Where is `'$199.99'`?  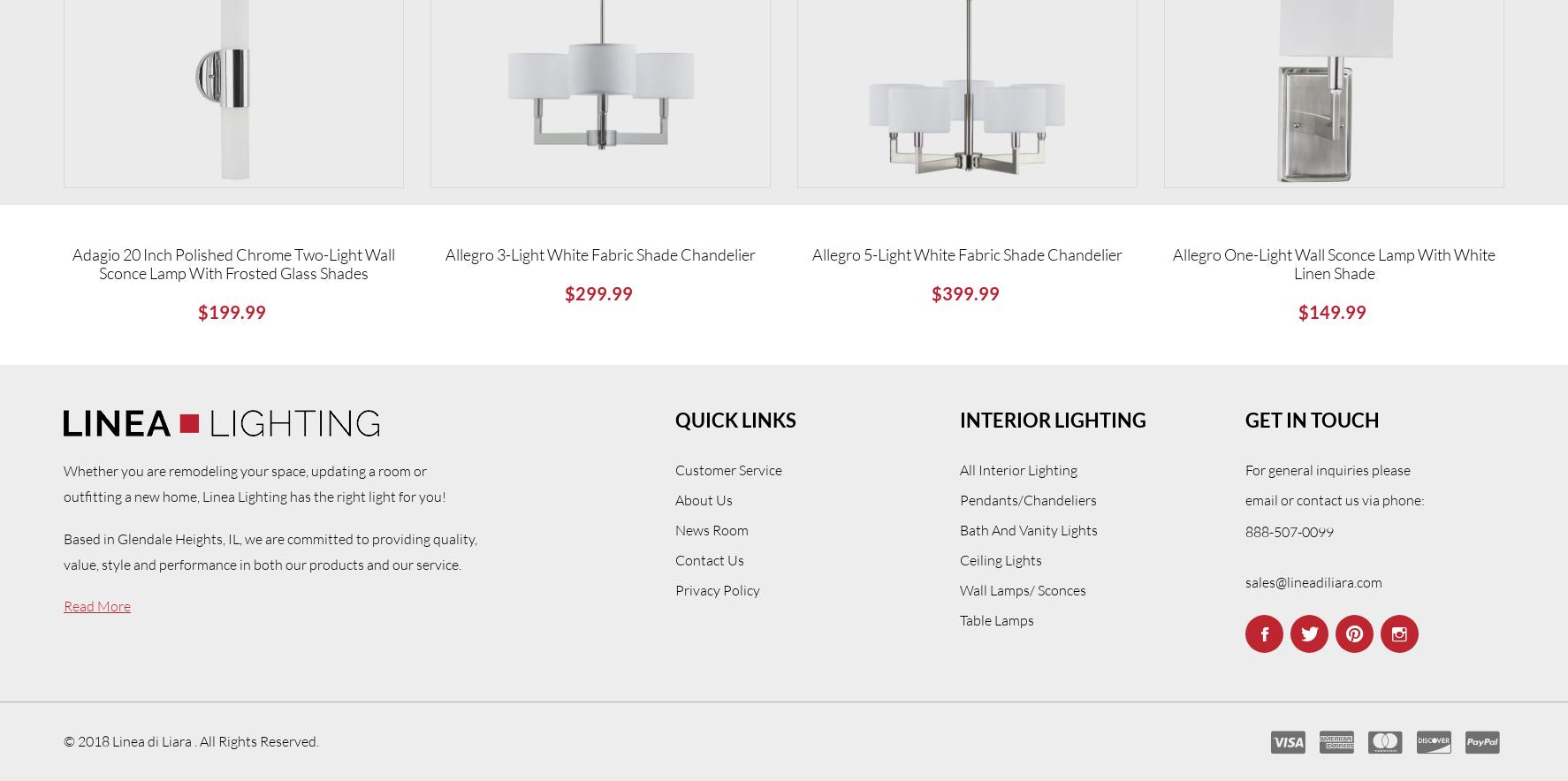 '$199.99' is located at coordinates (195, 310).